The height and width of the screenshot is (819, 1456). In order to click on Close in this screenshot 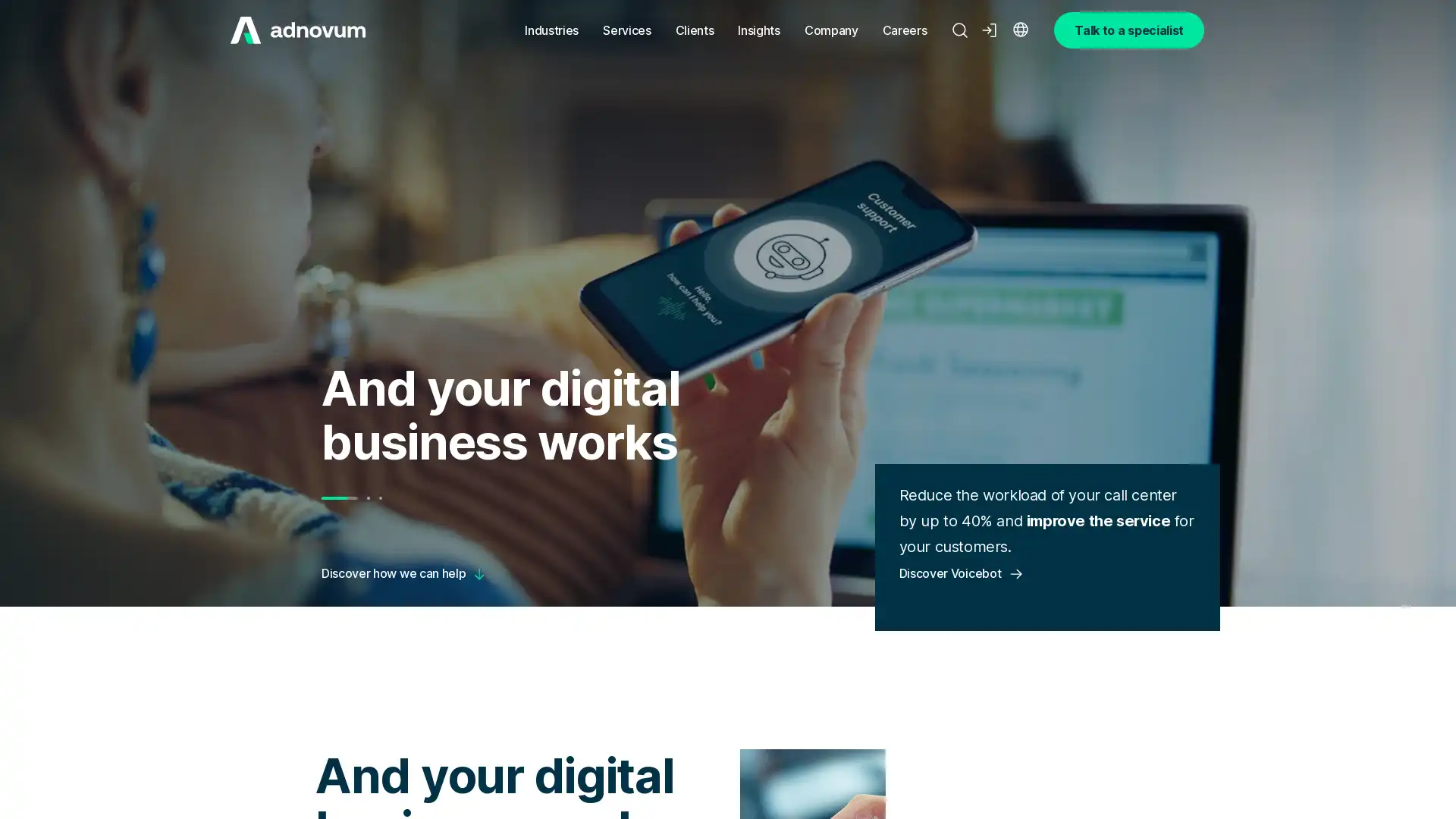, I will do `click(303, 711)`.